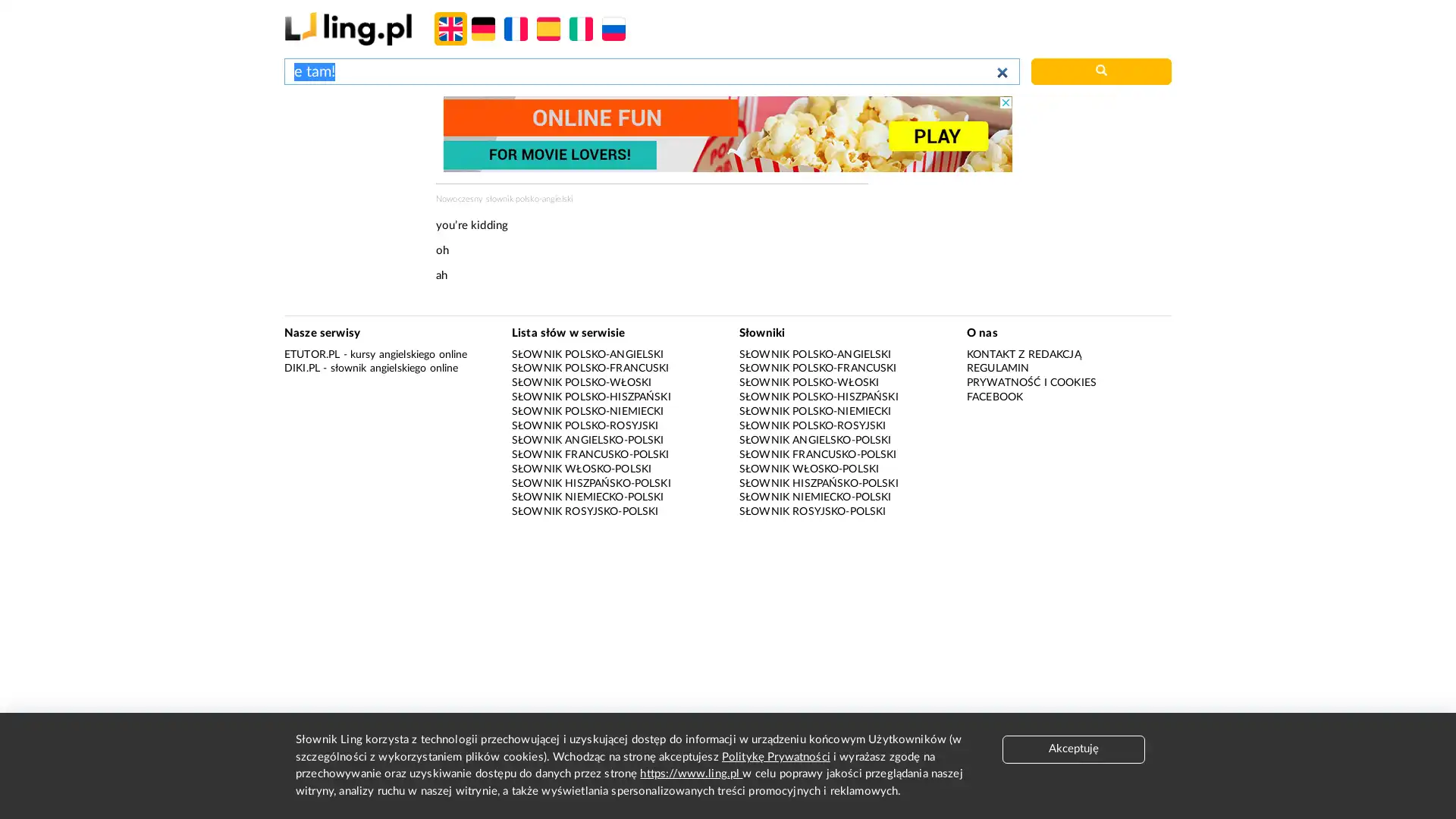  Describe the element at coordinates (1073, 748) in the screenshot. I see `Akceptuje` at that location.